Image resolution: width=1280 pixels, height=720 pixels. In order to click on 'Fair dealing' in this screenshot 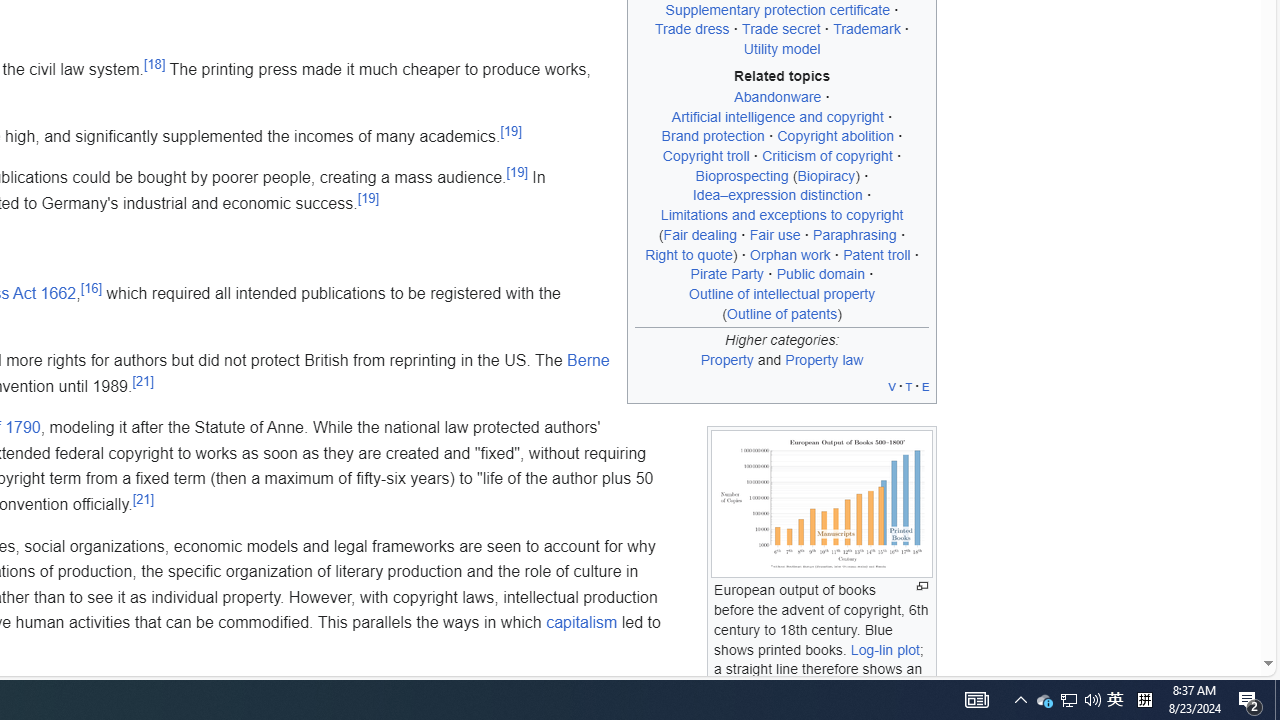, I will do `click(700, 233)`.